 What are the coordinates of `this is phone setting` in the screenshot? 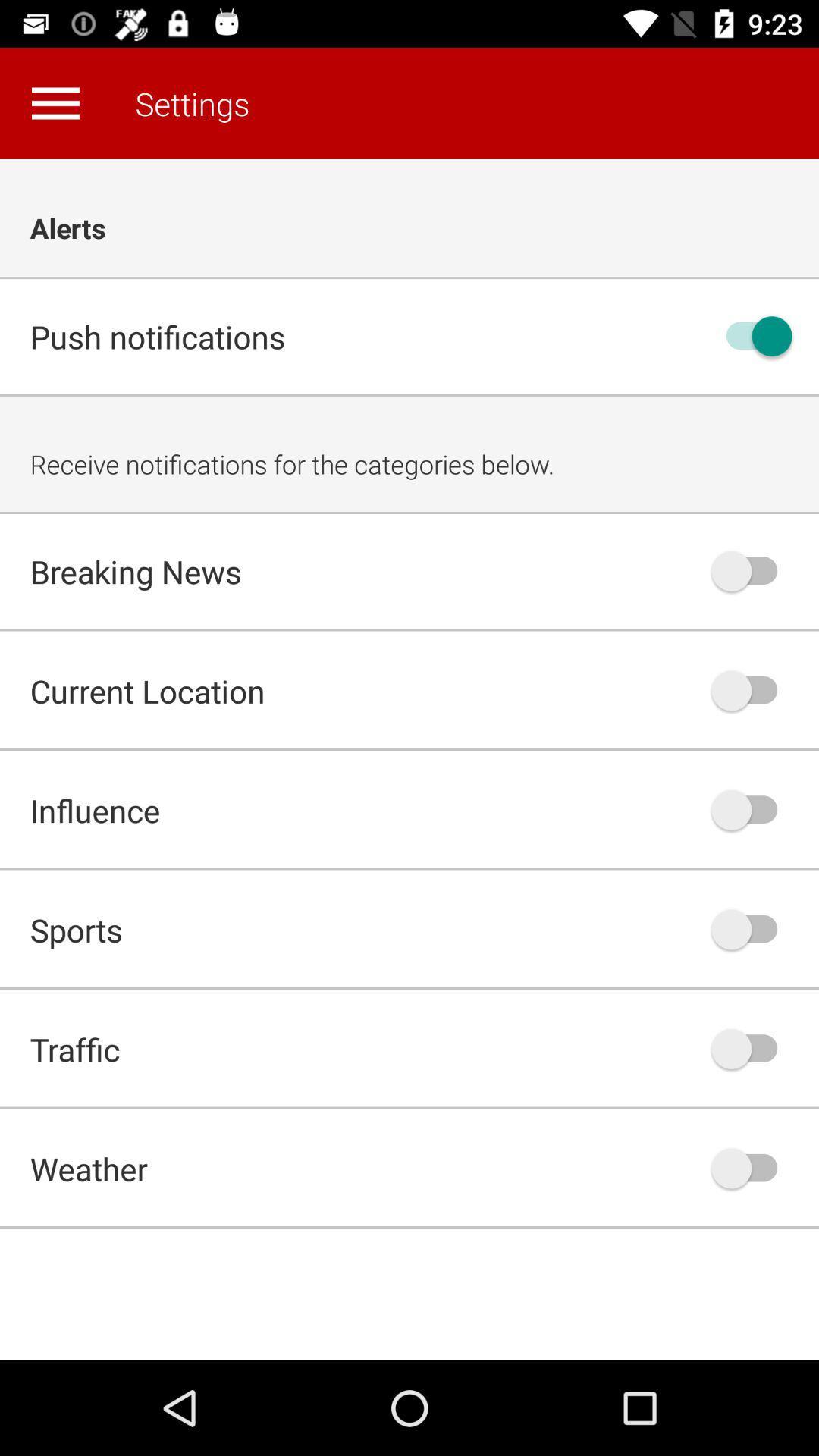 It's located at (752, 689).